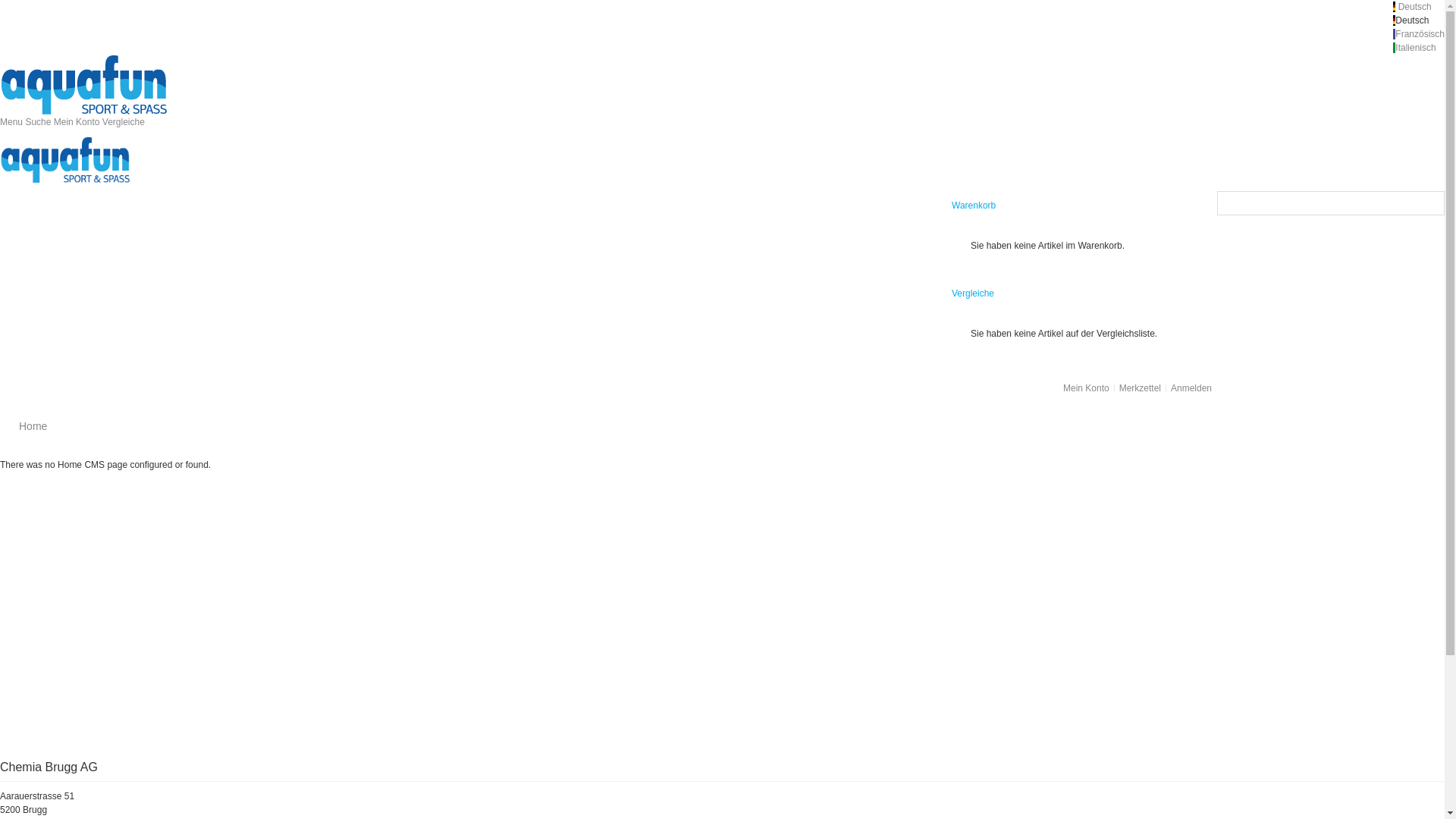 The image size is (1456, 819). Describe the element at coordinates (33, 426) in the screenshot. I see `'Home'` at that location.